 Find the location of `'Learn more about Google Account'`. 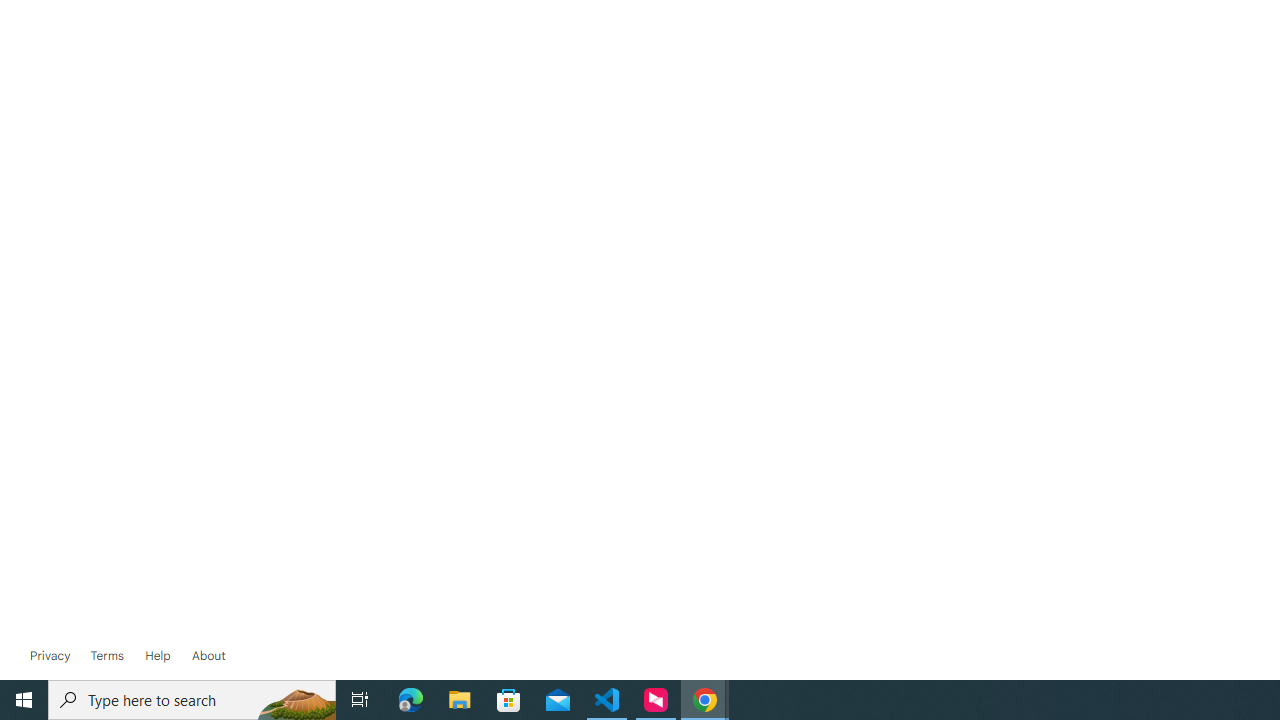

'Learn more about Google Account' is located at coordinates (208, 655).